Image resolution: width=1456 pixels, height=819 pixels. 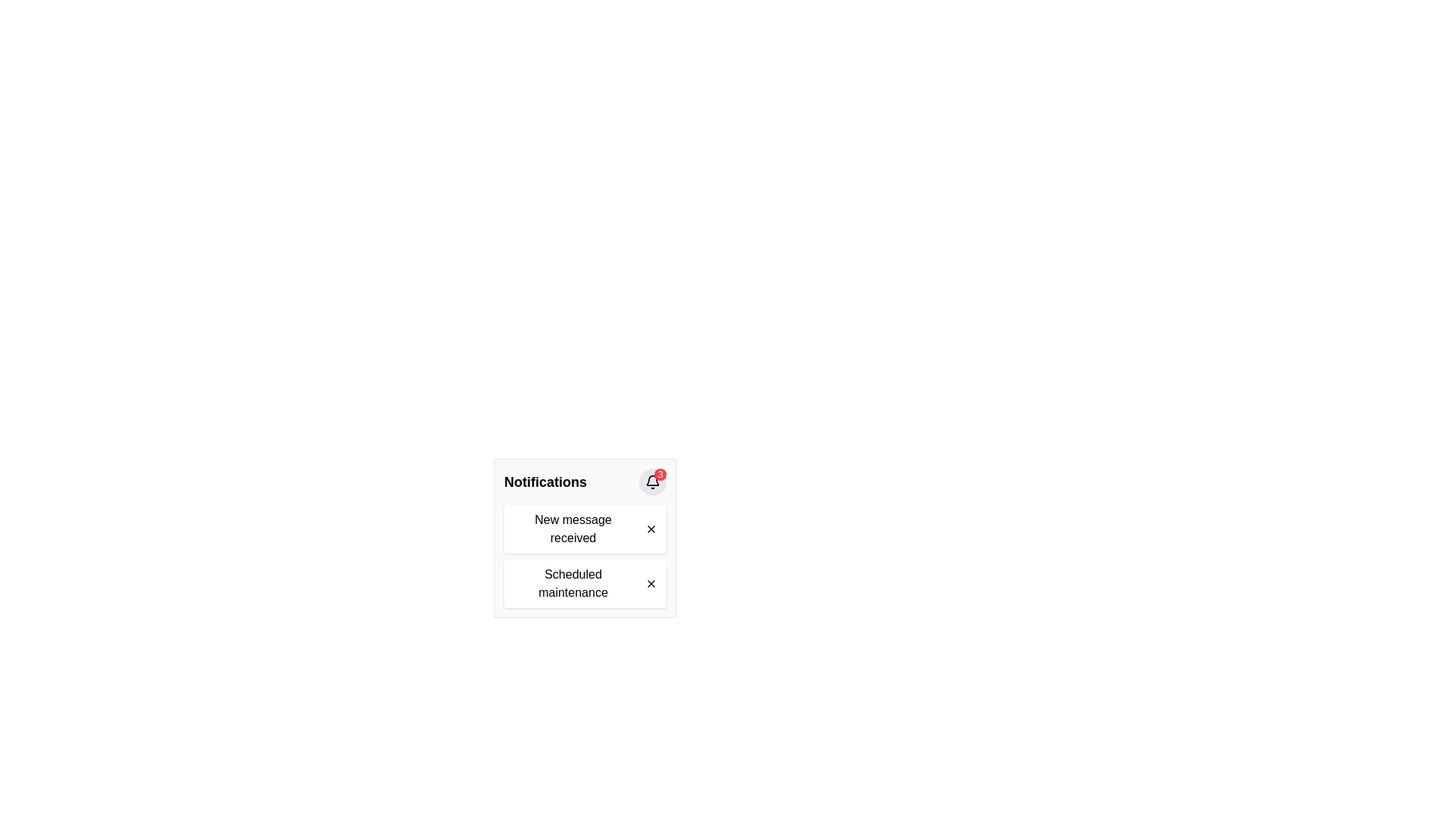 I want to click on the unread notifications Badge located at the top-right of the bell icon in the notification header to interact with it, so click(x=652, y=482).